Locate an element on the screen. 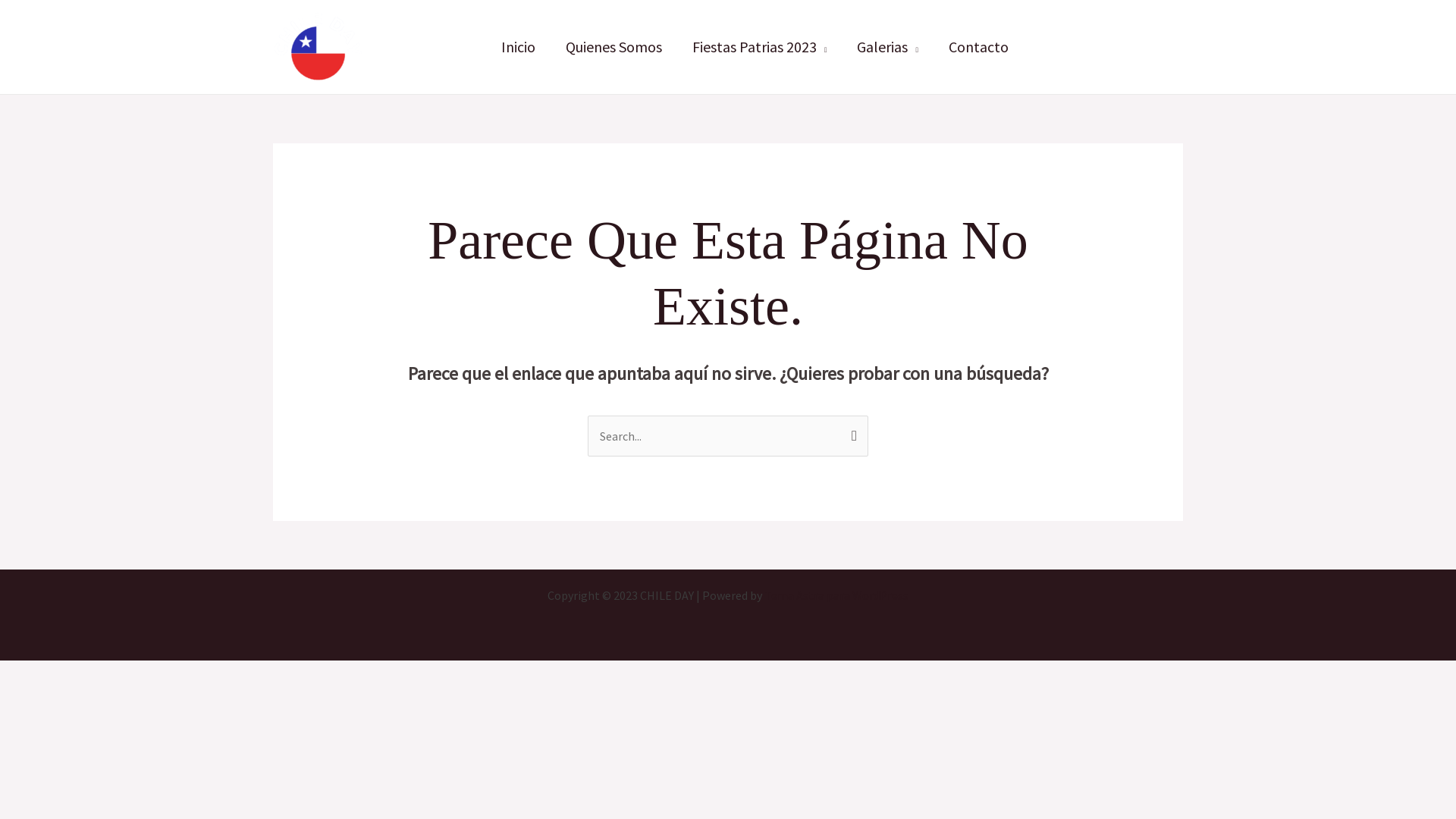  'Contacto' is located at coordinates (978, 45).